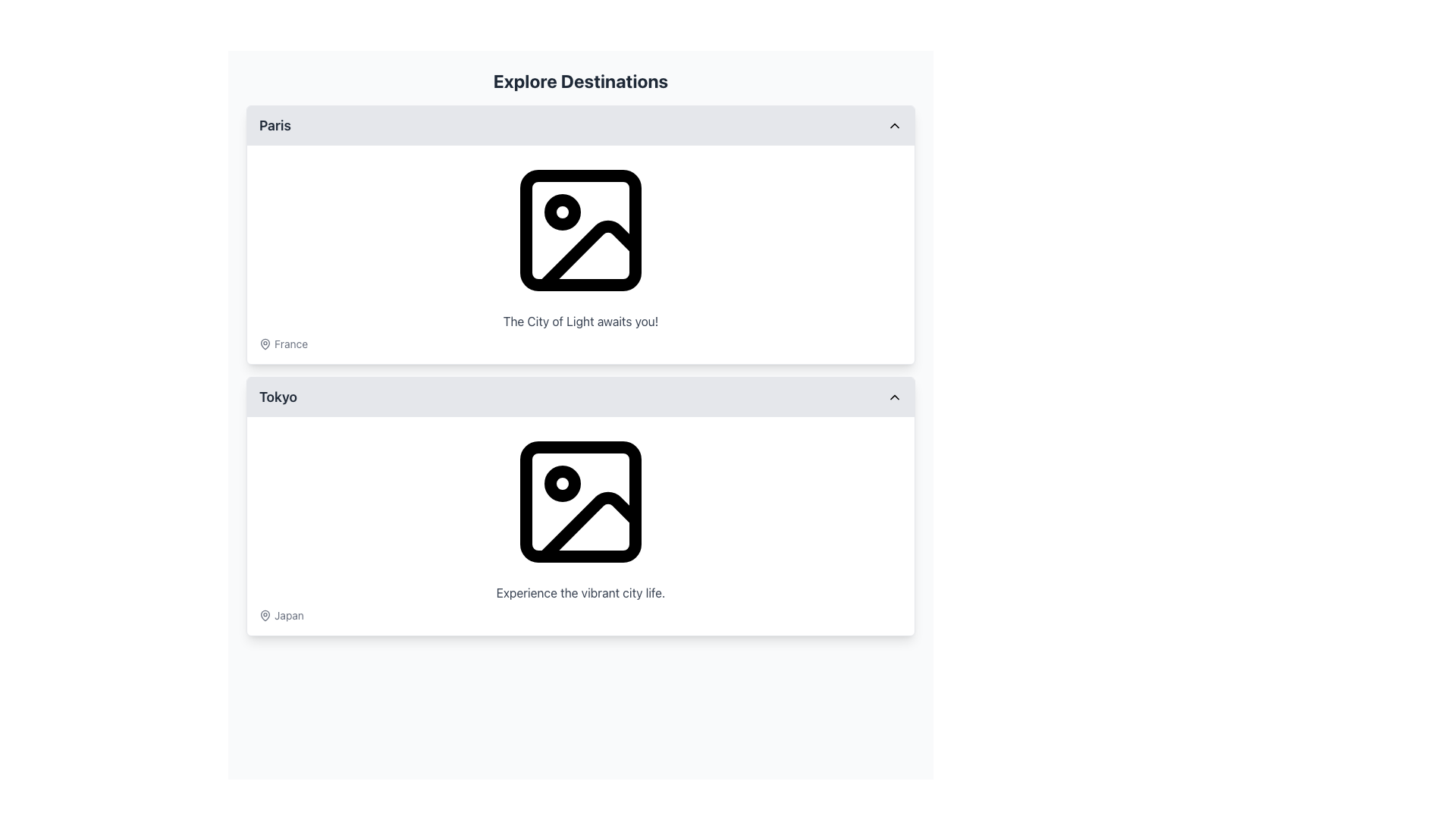 Image resolution: width=1456 pixels, height=819 pixels. What do you see at coordinates (580, 526) in the screenshot?
I see `the Image and Text Combination element that provides a visual and textual summary of Tokyo, located centrally within the card below the title 'Tokyo'` at bounding box center [580, 526].